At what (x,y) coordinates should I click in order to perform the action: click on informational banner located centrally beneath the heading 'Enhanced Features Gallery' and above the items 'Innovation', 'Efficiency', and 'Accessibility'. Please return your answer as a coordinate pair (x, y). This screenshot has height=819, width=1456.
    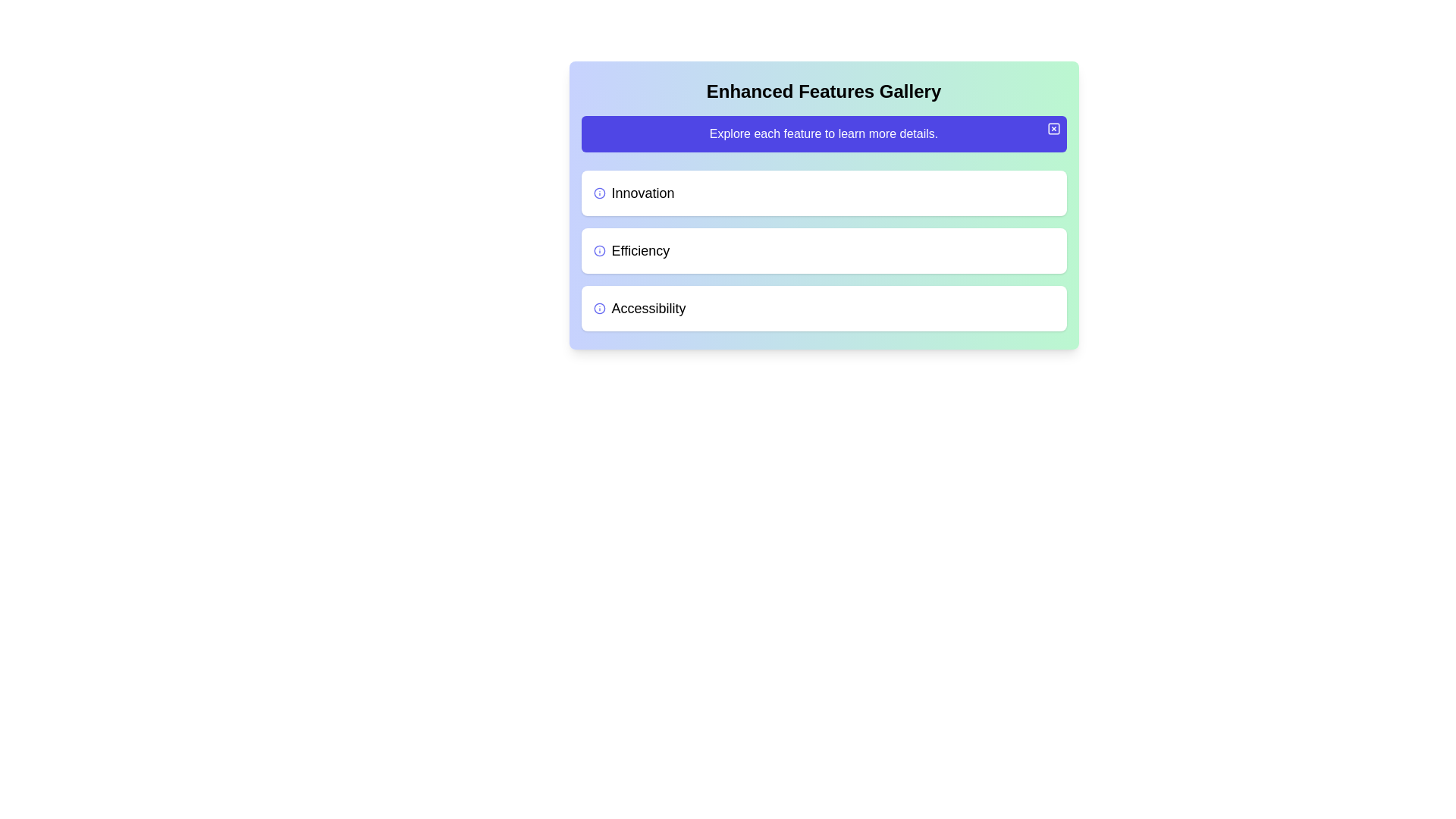
    Looking at the image, I should click on (823, 133).